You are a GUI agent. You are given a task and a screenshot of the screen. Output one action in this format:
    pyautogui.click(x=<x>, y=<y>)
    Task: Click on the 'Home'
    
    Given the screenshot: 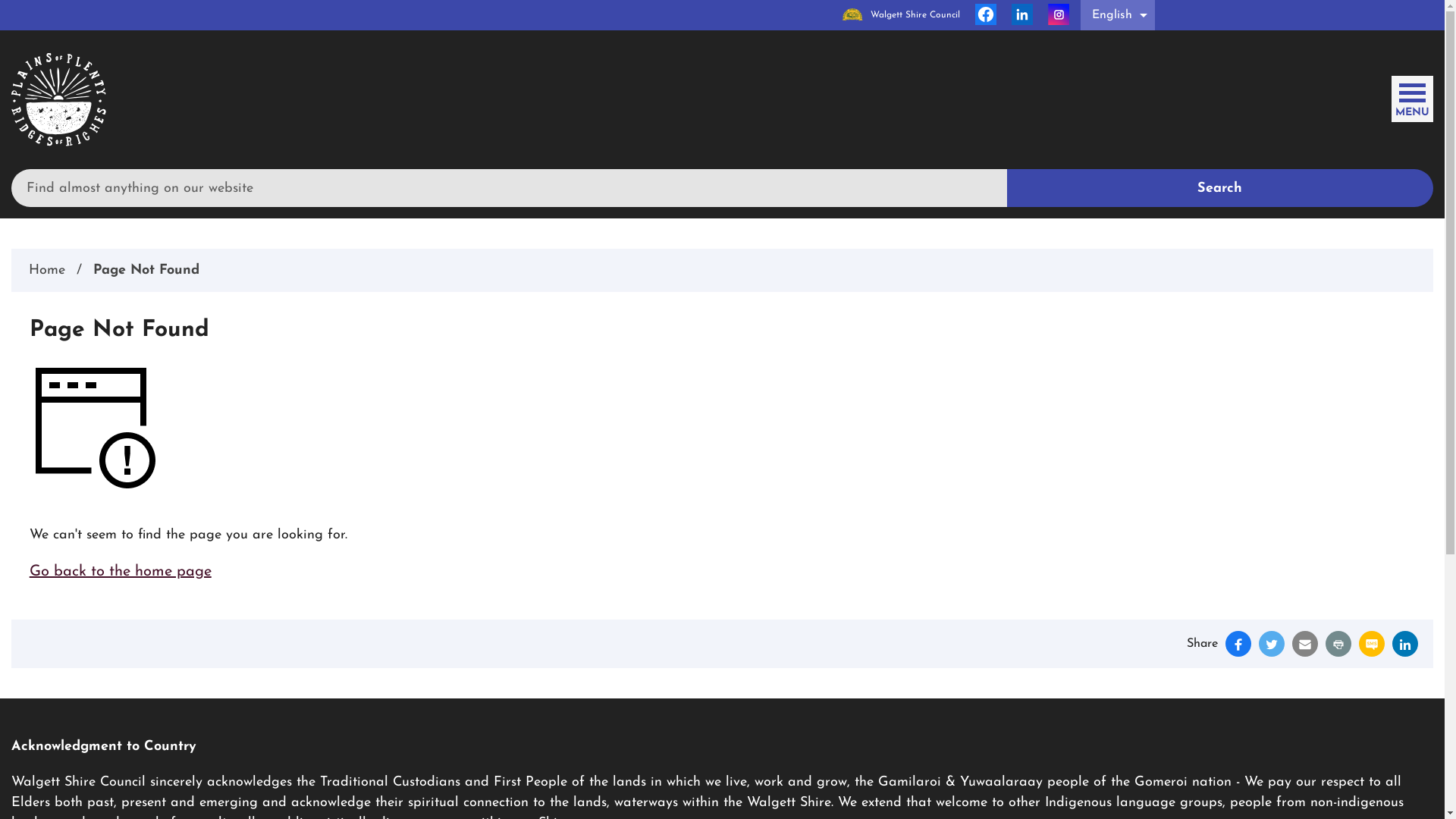 What is the action you would take?
    pyautogui.click(x=29, y=269)
    